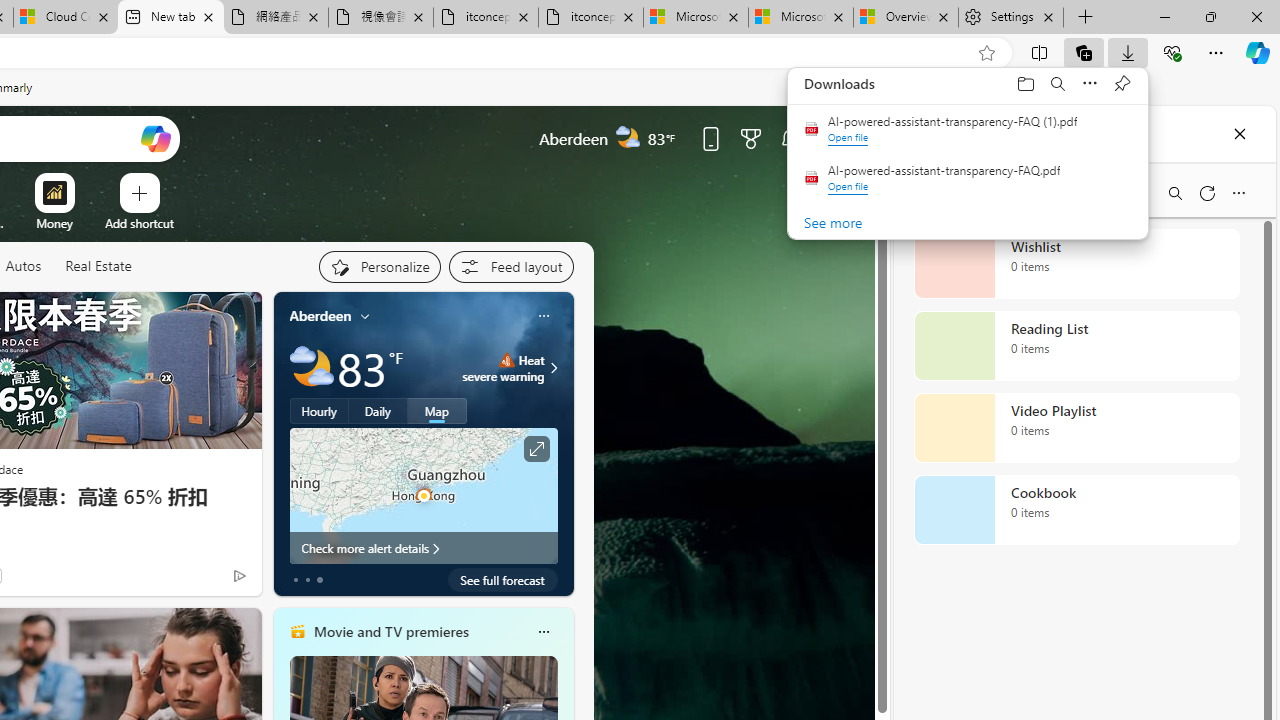 This screenshot has width=1280, height=720. I want to click on 'Heat - Severe', so click(506, 360).